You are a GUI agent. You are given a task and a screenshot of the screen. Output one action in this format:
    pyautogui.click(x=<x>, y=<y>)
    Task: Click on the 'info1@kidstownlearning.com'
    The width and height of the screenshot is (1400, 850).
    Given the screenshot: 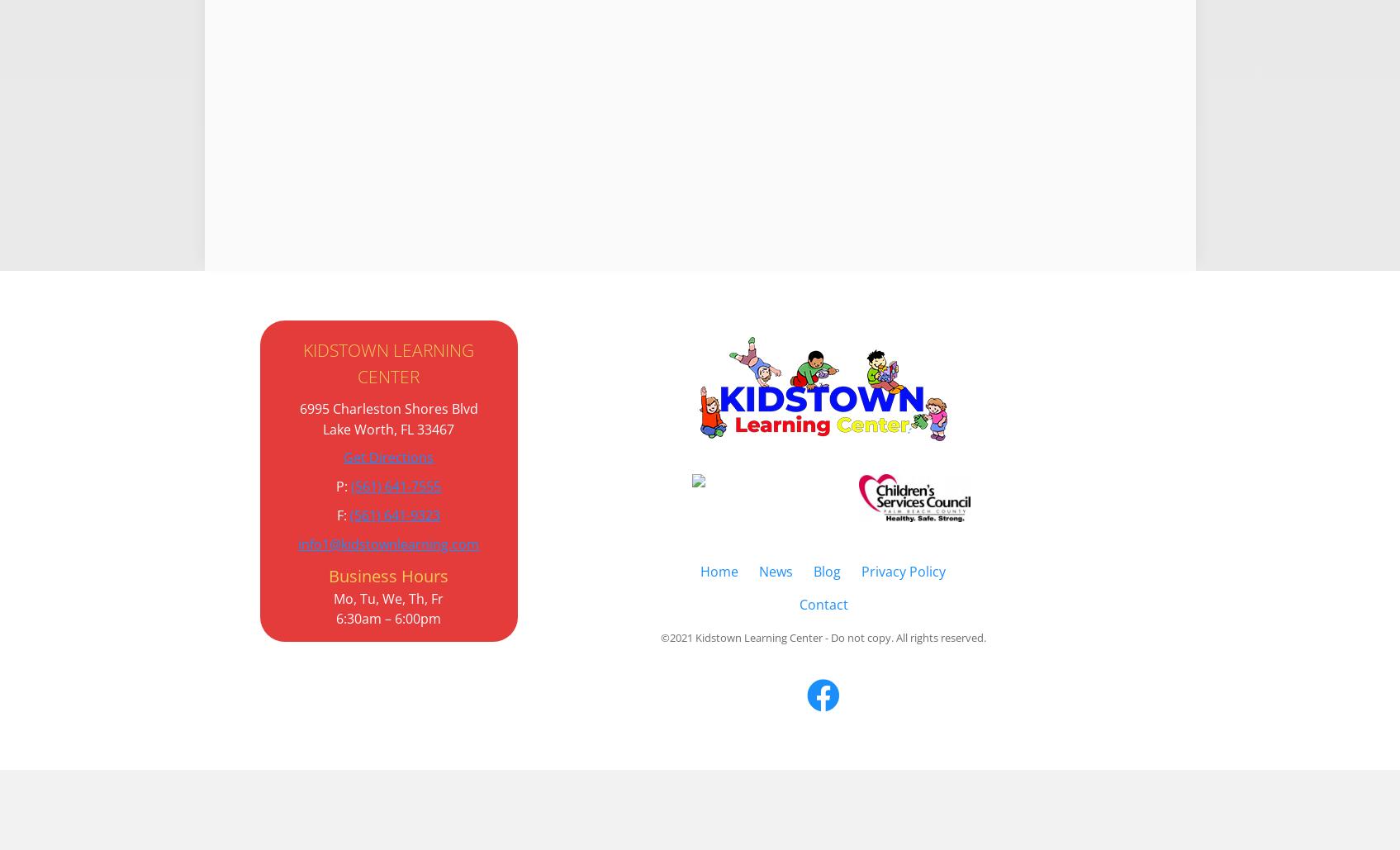 What is the action you would take?
    pyautogui.click(x=387, y=544)
    